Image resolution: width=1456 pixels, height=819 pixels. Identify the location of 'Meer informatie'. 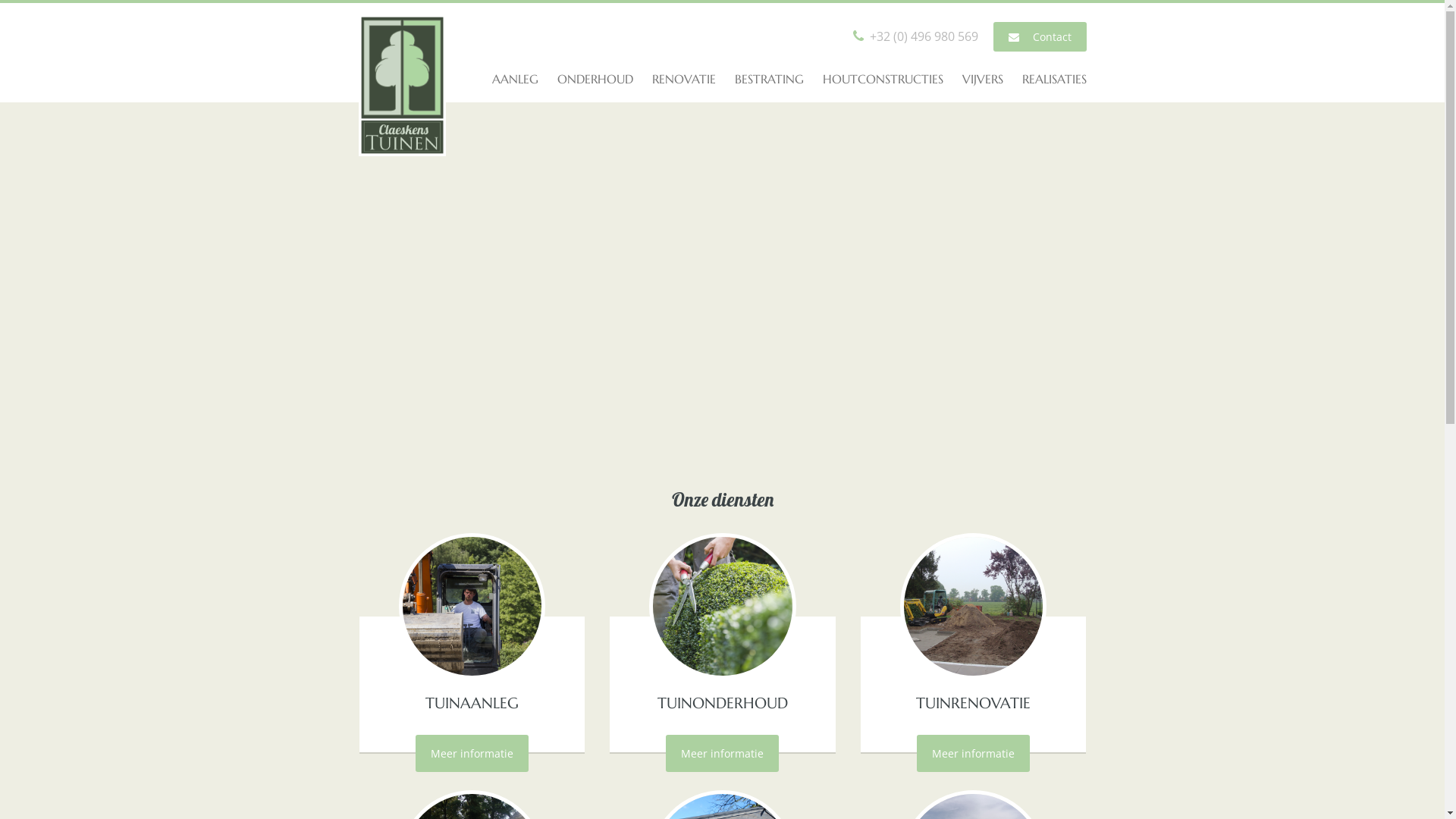
(471, 753).